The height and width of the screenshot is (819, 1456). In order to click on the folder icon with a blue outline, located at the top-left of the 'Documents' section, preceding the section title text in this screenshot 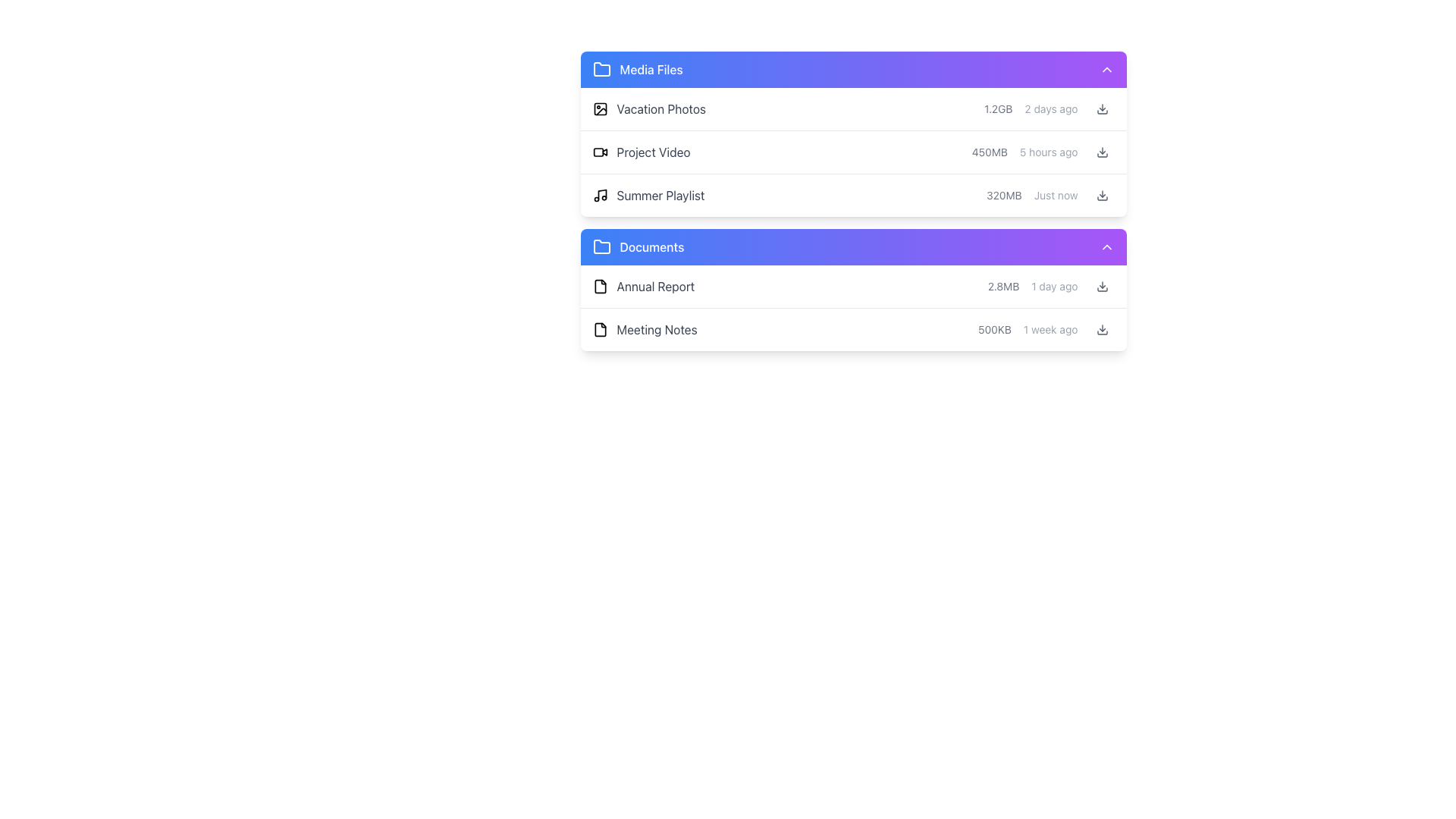, I will do `click(601, 246)`.